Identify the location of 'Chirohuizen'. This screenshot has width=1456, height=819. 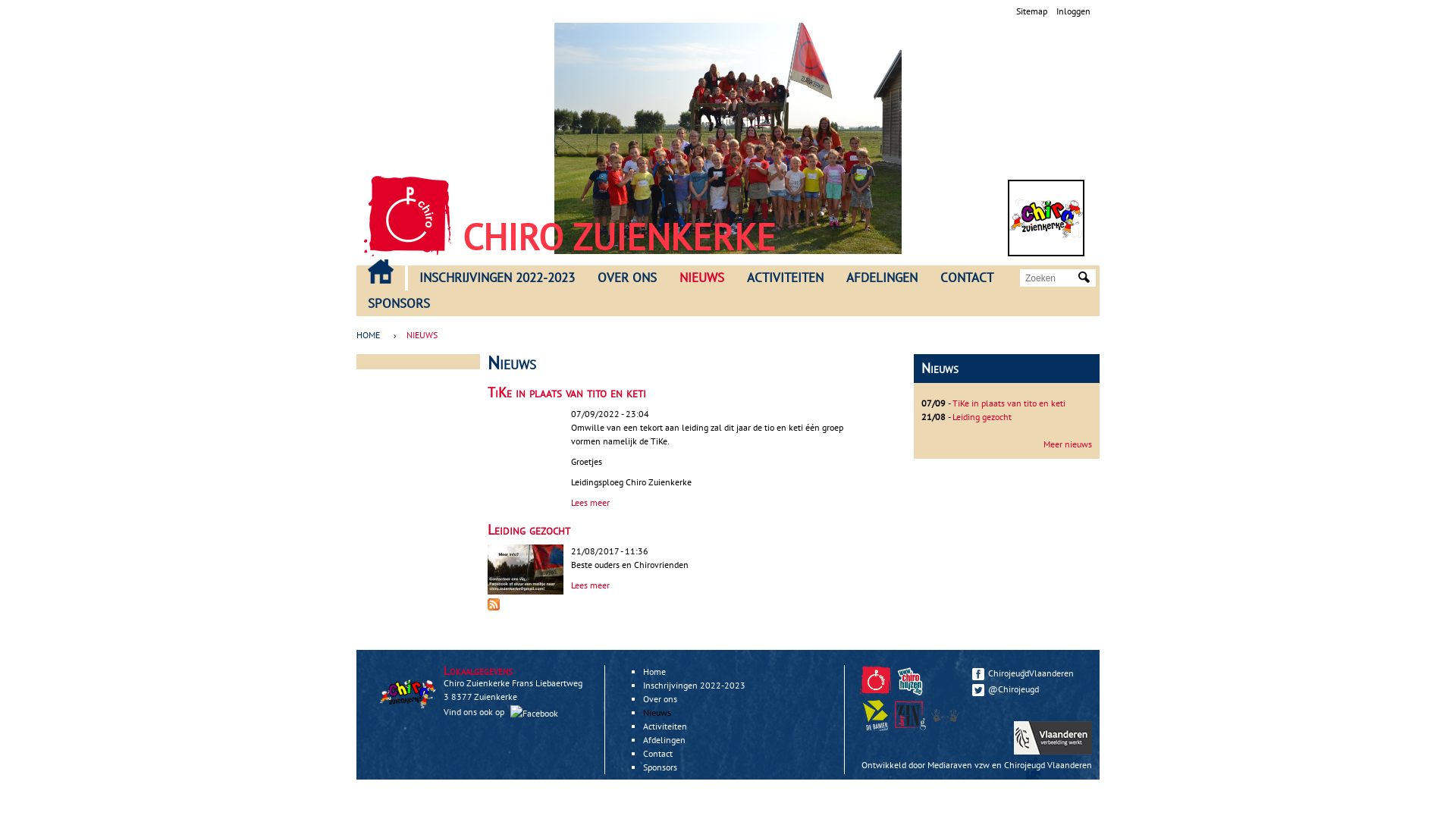
(912, 692).